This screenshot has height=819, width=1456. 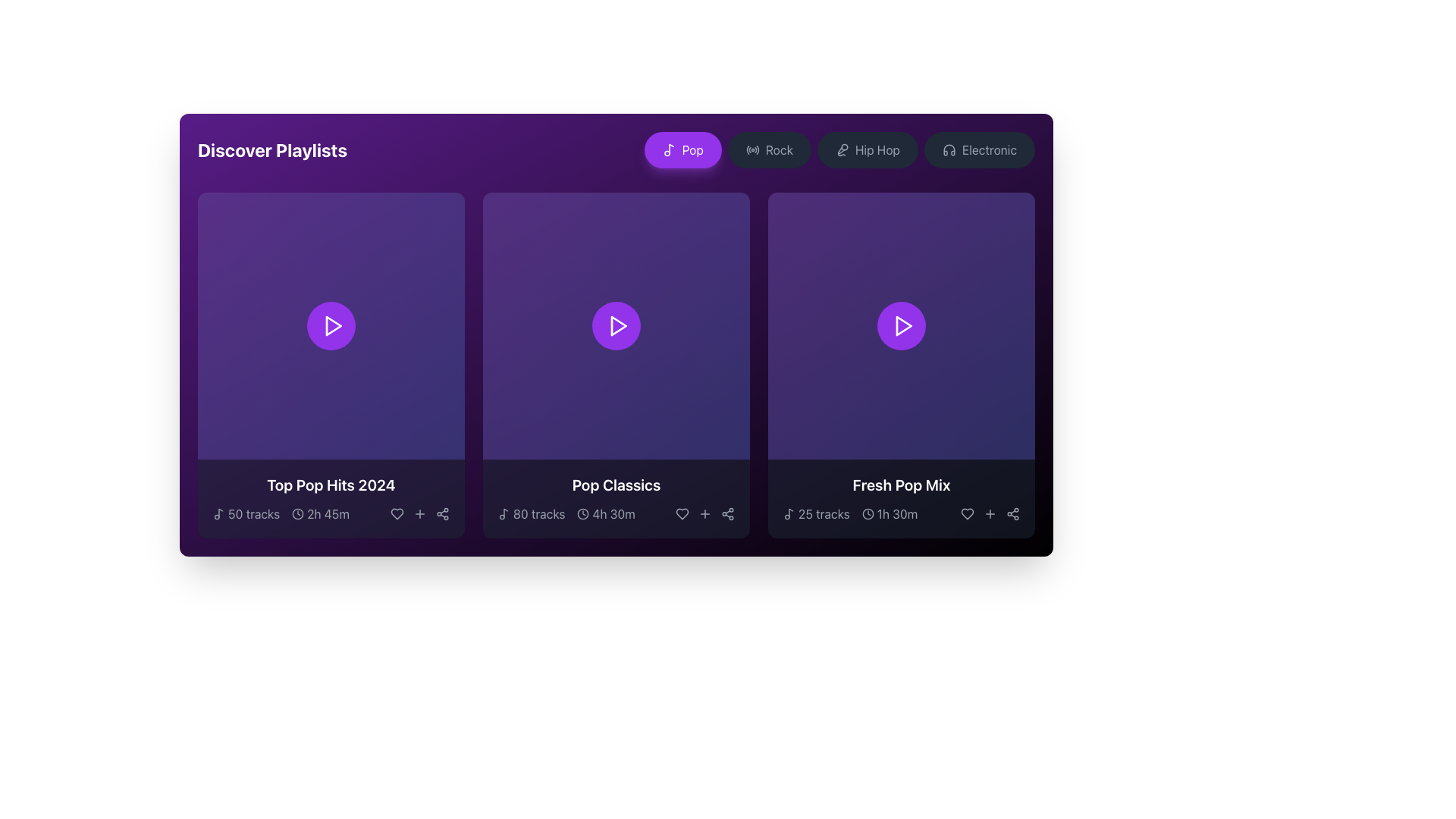 I want to click on the text information element that provides metadata about the 'Fresh Pop Mix' playlist, located at the bottom-central part of the third column in the playlist grid, so click(x=902, y=513).